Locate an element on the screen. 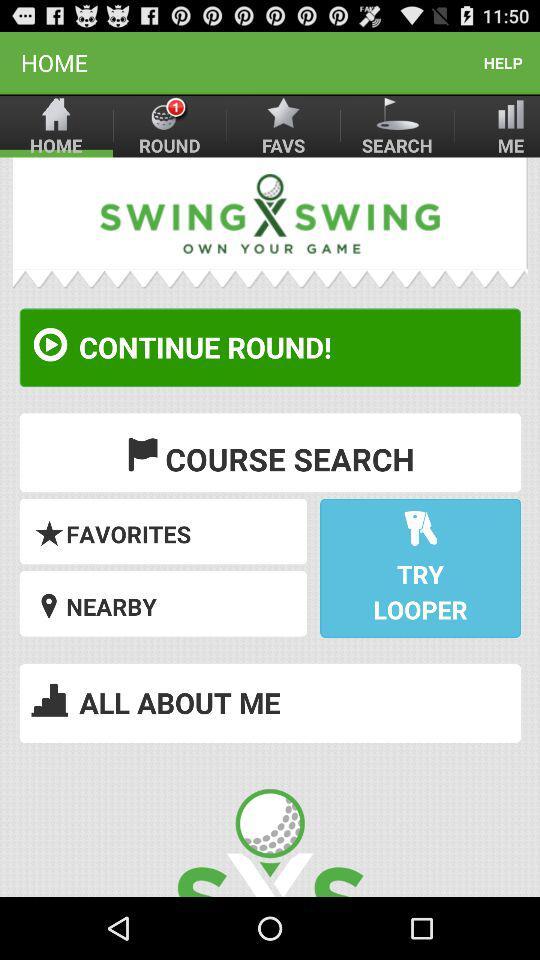  take me to the site is located at coordinates (270, 526).